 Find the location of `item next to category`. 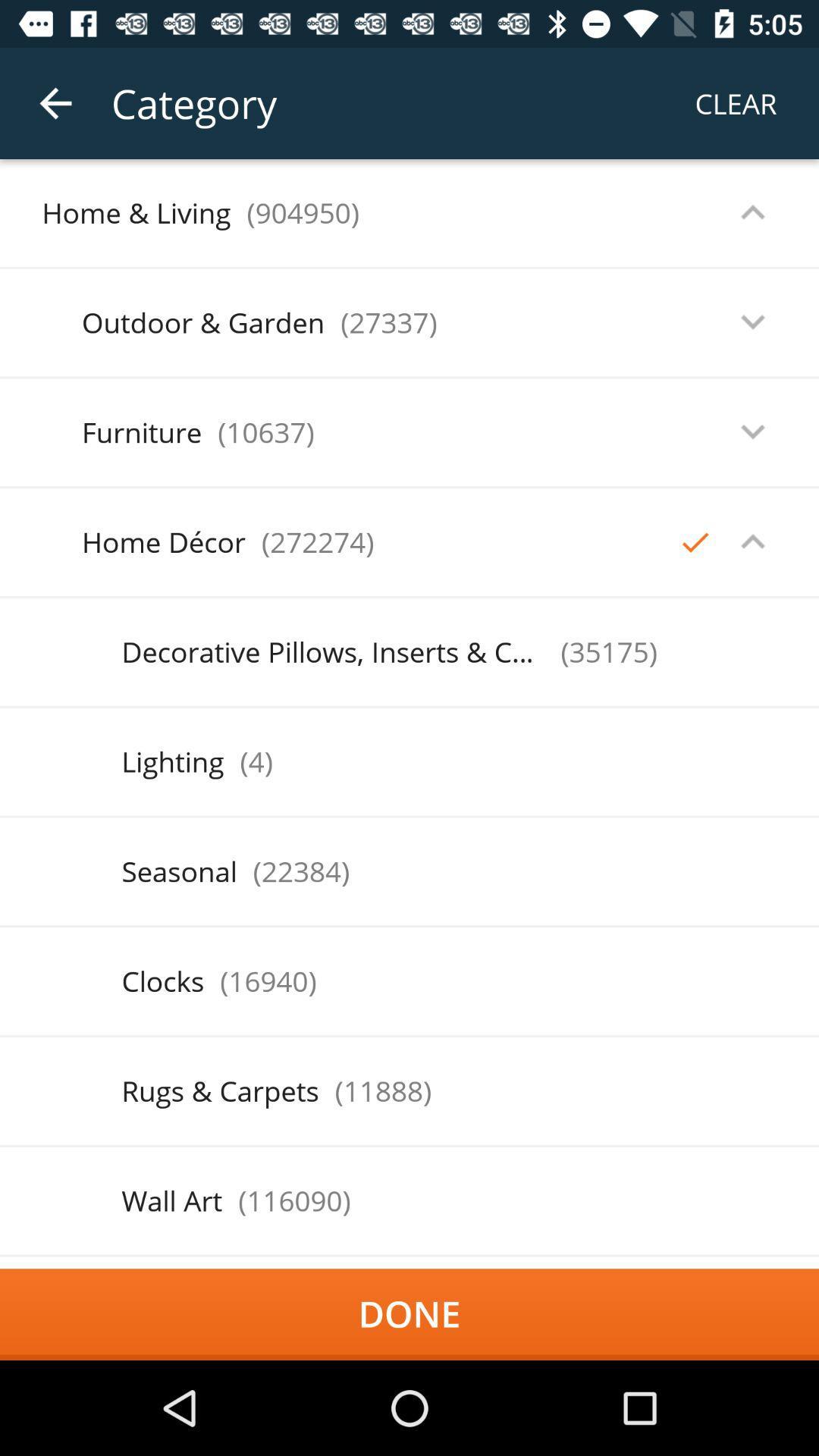

item next to category is located at coordinates (55, 102).